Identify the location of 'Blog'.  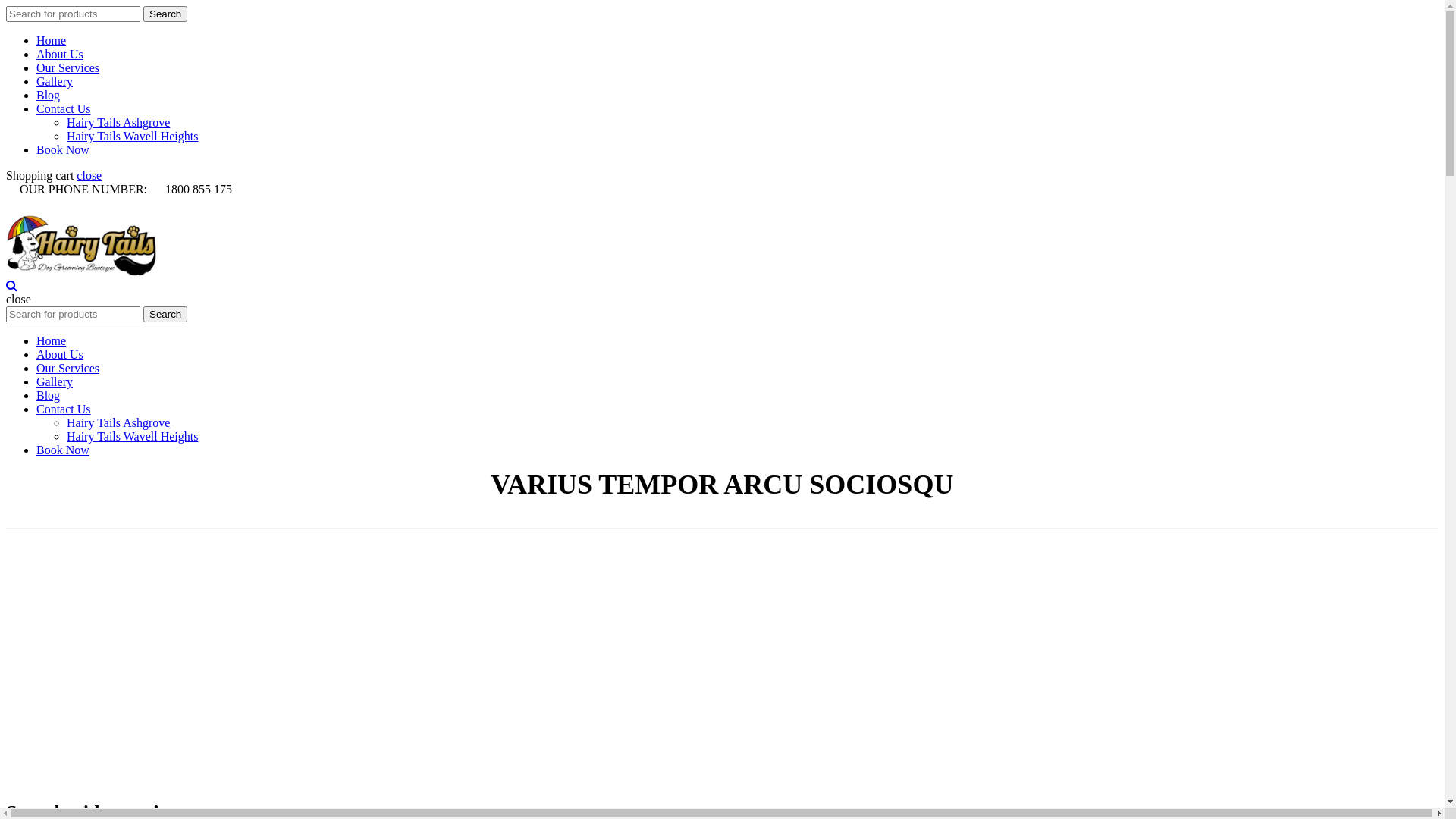
(48, 95).